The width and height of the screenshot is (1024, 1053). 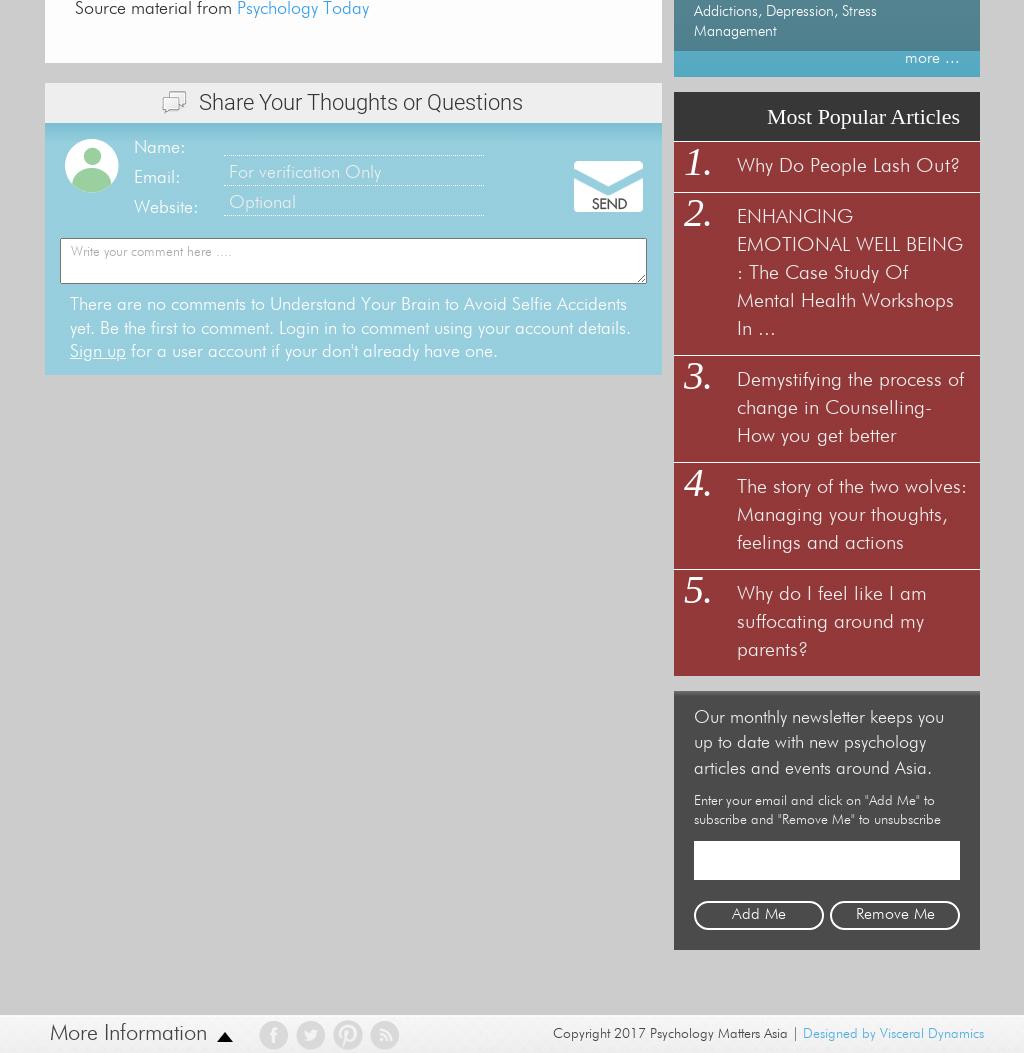 I want to click on 'Name:', so click(x=158, y=145).